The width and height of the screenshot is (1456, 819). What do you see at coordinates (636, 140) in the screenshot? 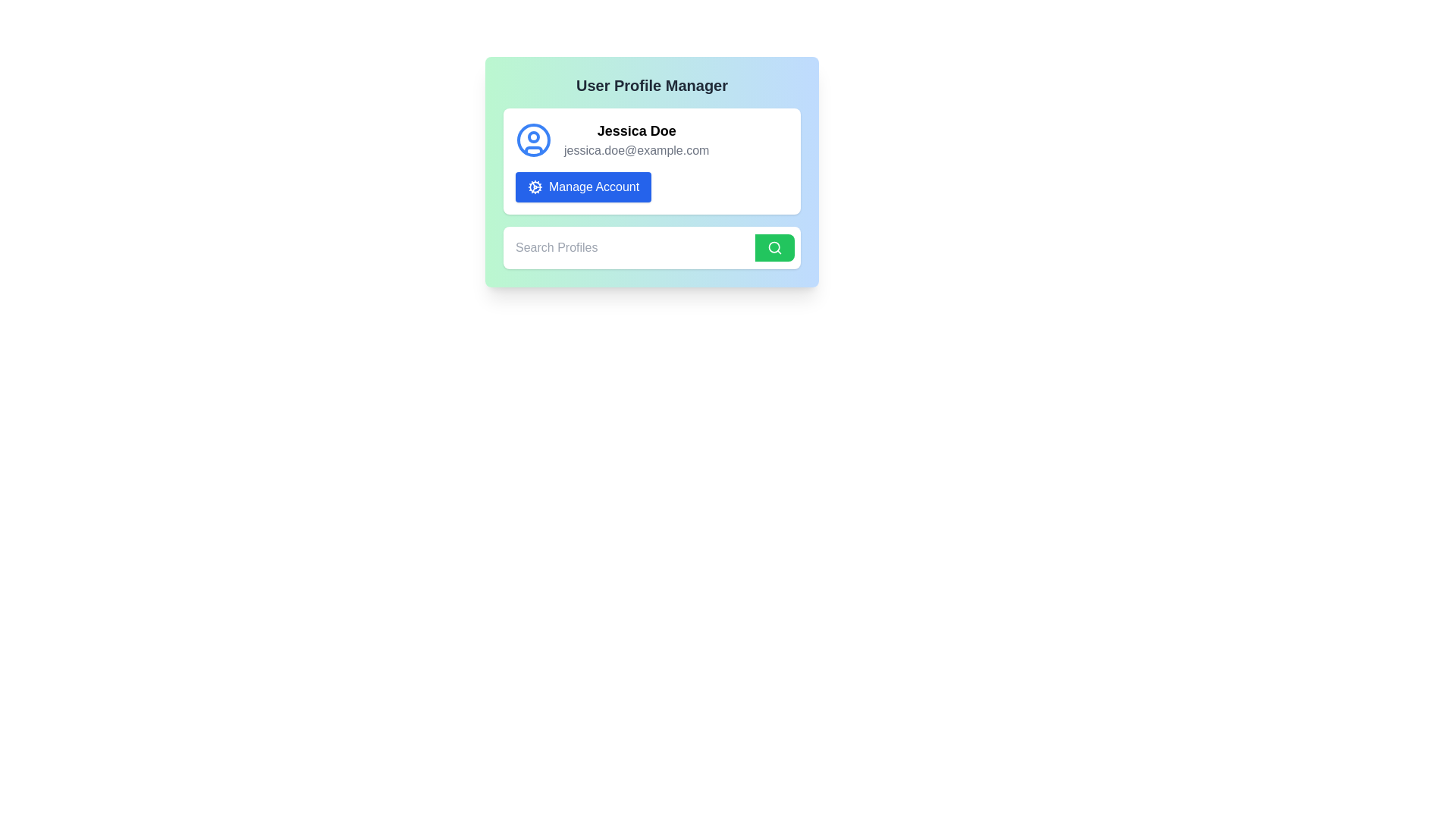
I see `the informational text display that shows the user's profile information, which includes their name and email address, located inside a profile box aligned to the right of a circular avatar` at bounding box center [636, 140].